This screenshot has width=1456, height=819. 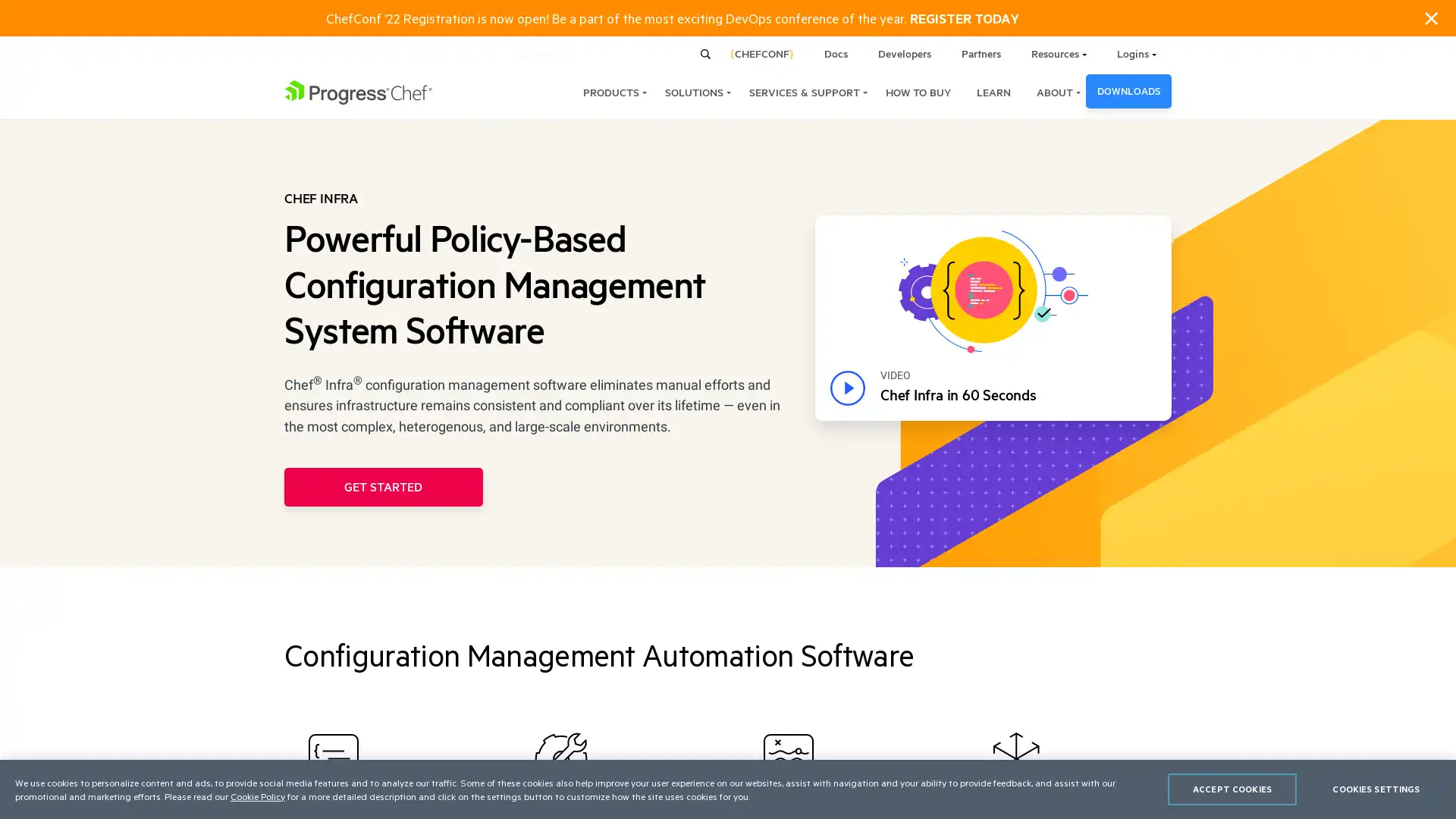 What do you see at coordinates (1058, 54) in the screenshot?
I see `Resources` at bounding box center [1058, 54].